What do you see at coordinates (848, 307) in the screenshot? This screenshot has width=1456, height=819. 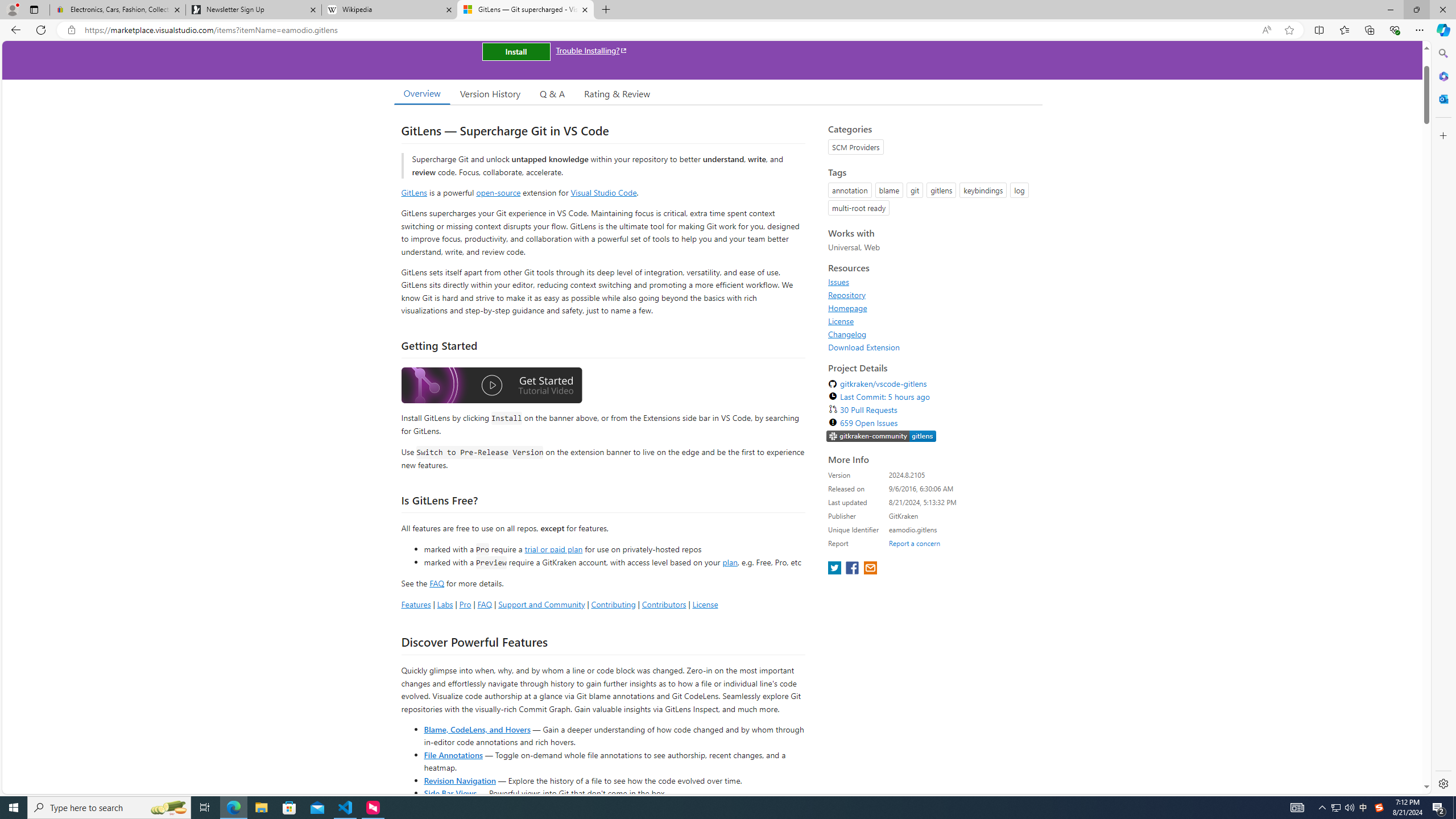 I see `'Homepage'` at bounding box center [848, 307].